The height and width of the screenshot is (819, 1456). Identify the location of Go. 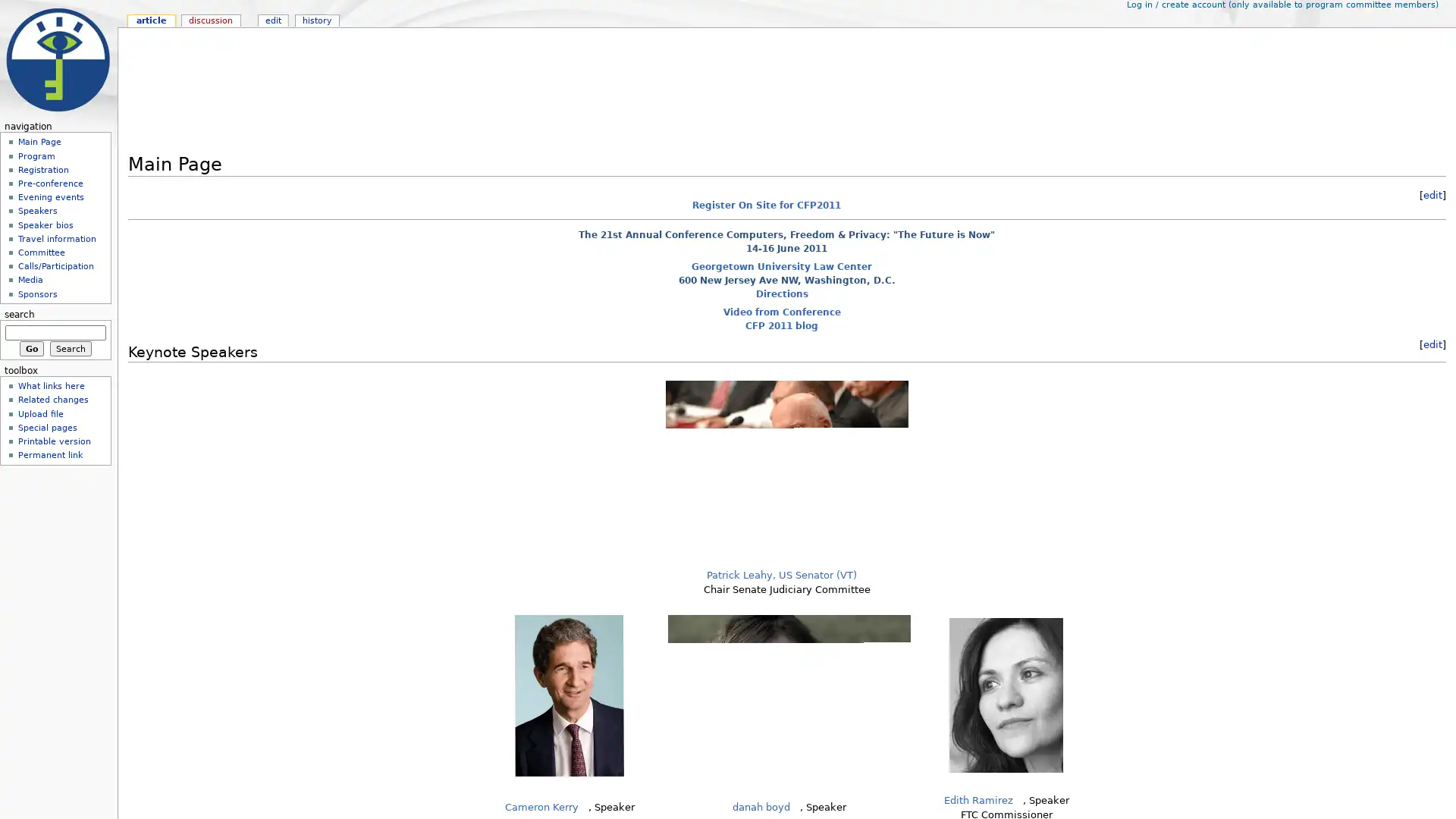
(31, 348).